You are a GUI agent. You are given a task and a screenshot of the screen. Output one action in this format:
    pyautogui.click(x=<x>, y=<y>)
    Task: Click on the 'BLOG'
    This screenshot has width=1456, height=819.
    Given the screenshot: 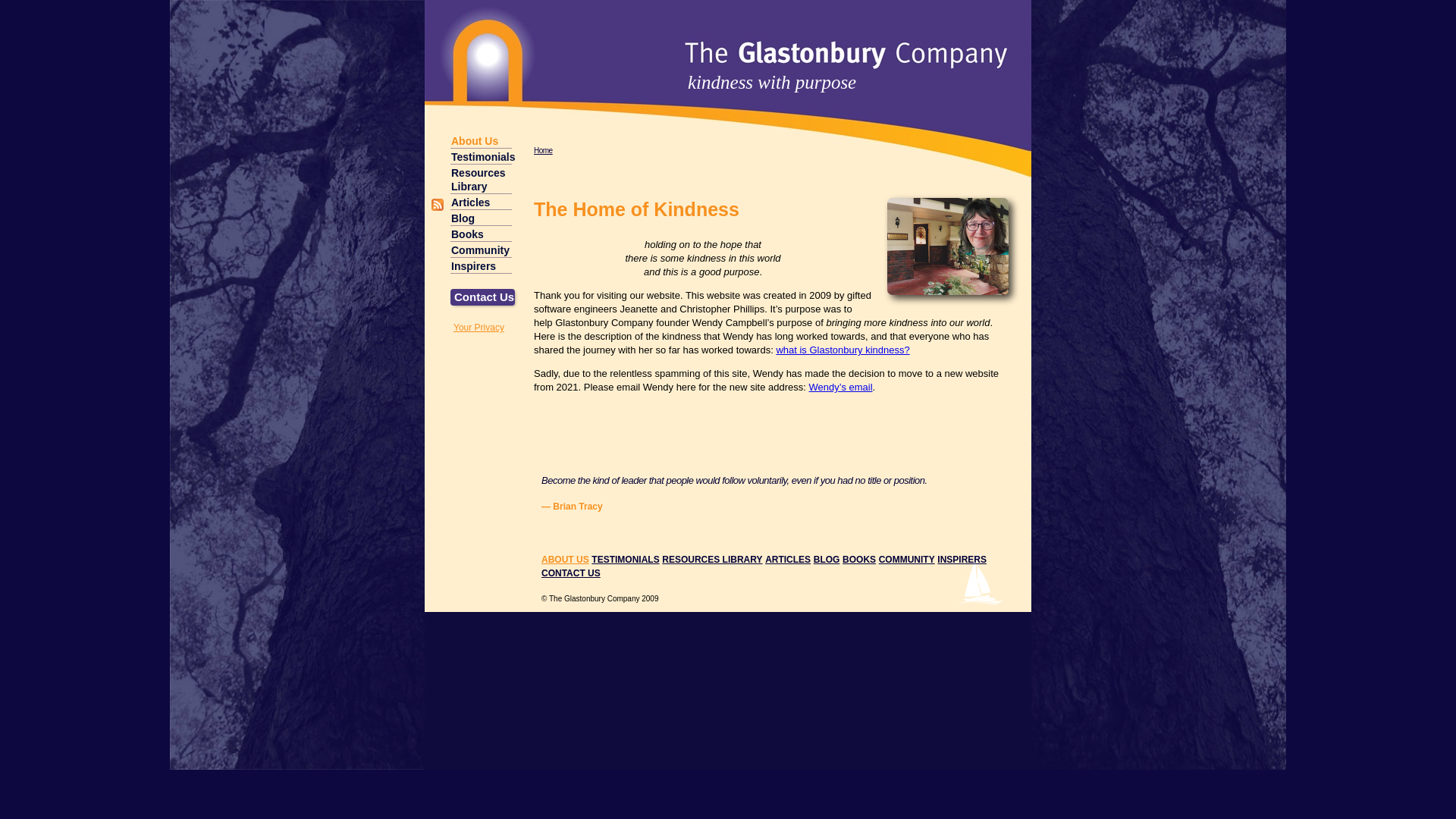 What is the action you would take?
    pyautogui.click(x=826, y=559)
    